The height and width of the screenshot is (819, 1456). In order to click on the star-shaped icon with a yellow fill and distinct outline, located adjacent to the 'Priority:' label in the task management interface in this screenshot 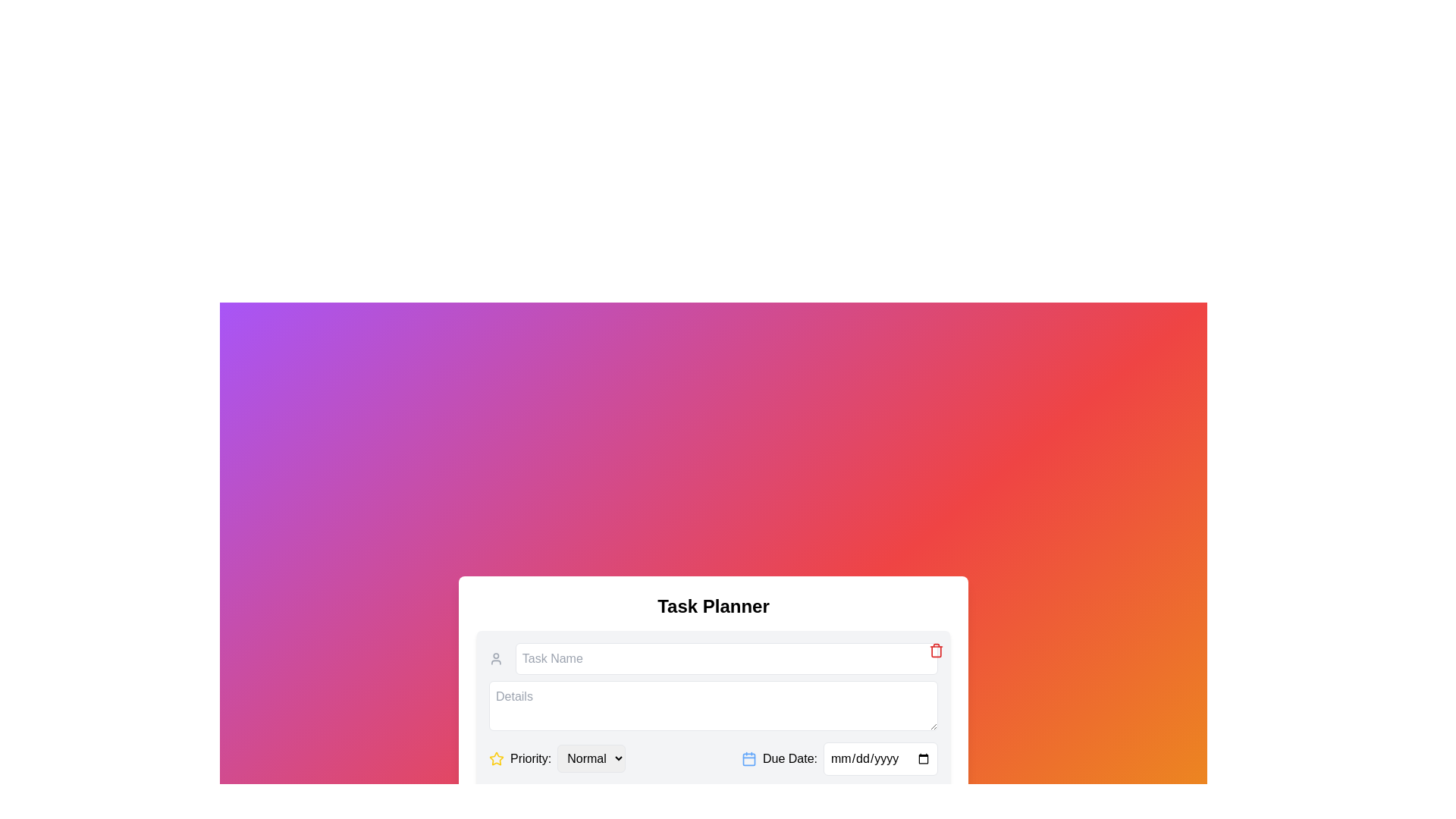, I will do `click(496, 758)`.